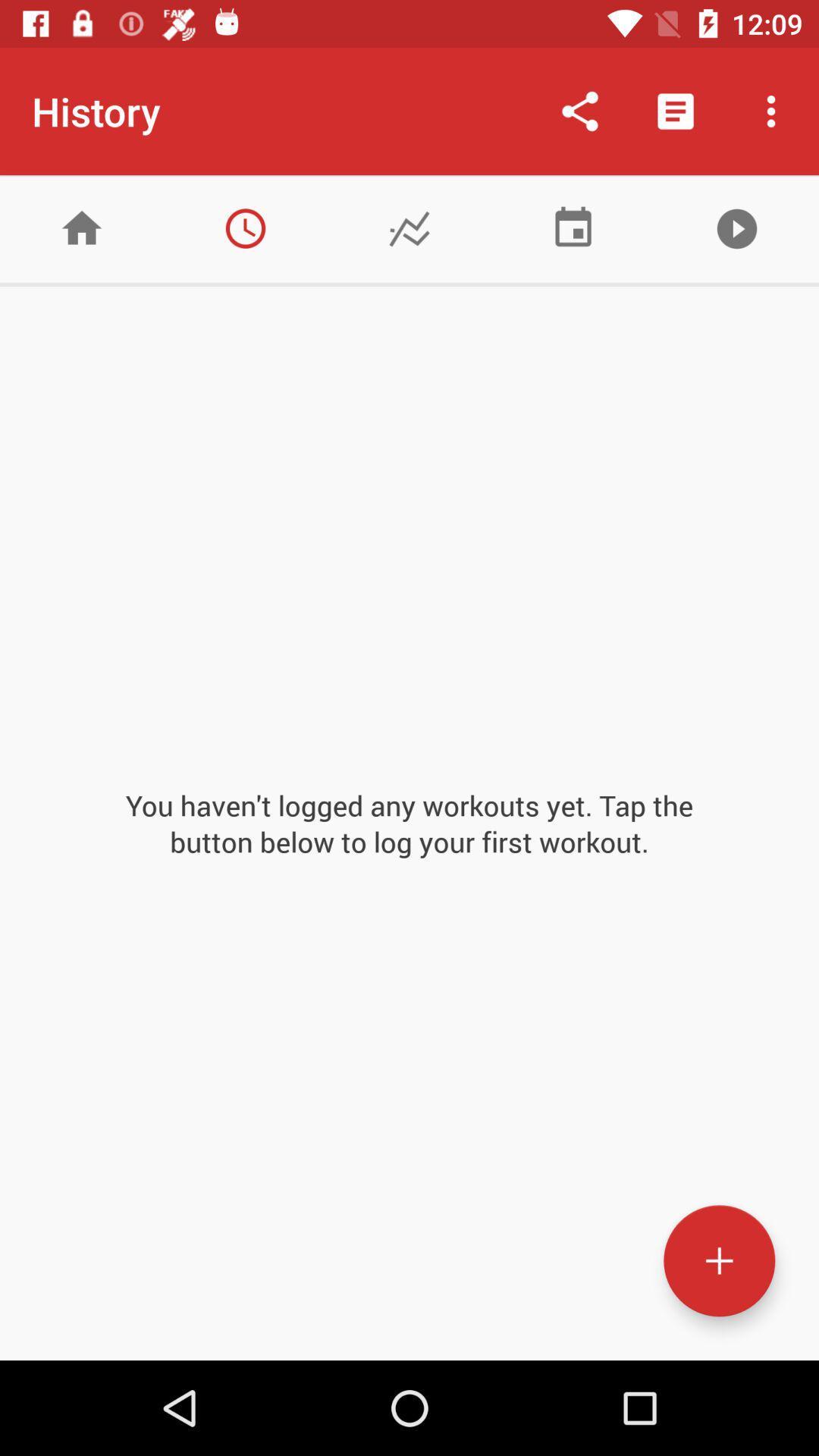 This screenshot has height=1456, width=819. I want to click on time based report, so click(245, 227).